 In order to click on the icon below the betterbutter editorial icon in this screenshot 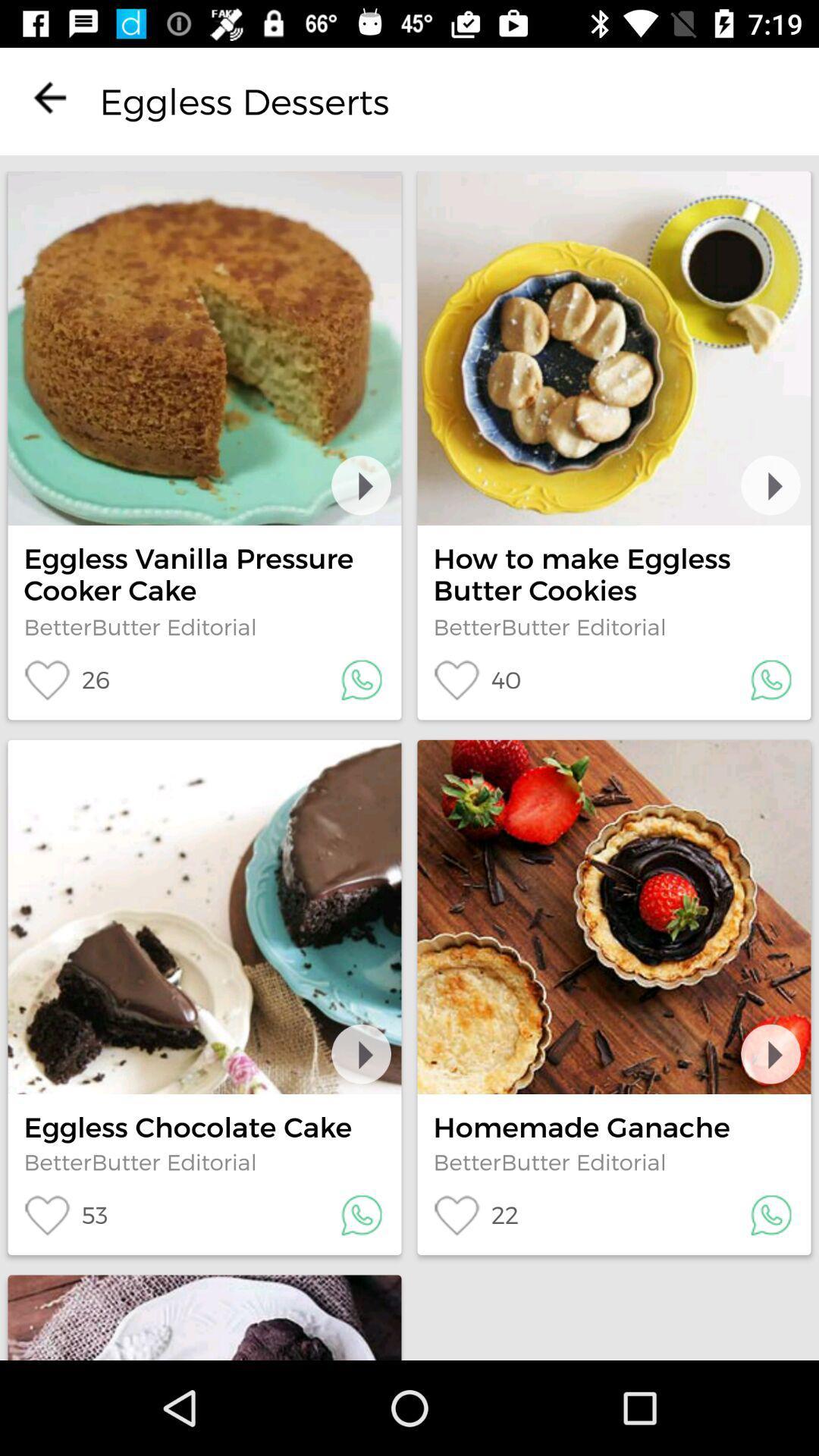, I will do `click(476, 679)`.